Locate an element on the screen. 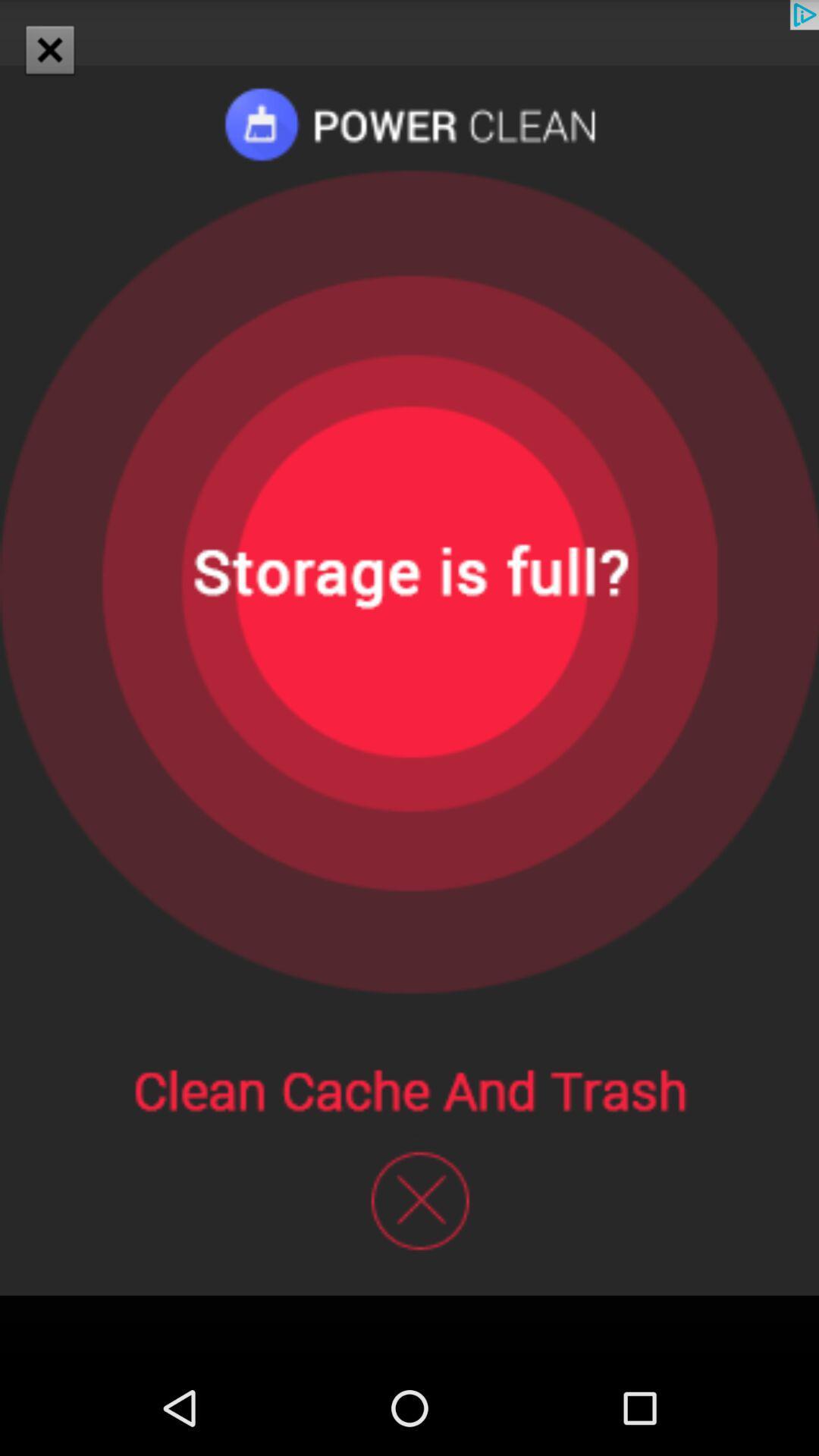  the close icon is located at coordinates (49, 53).